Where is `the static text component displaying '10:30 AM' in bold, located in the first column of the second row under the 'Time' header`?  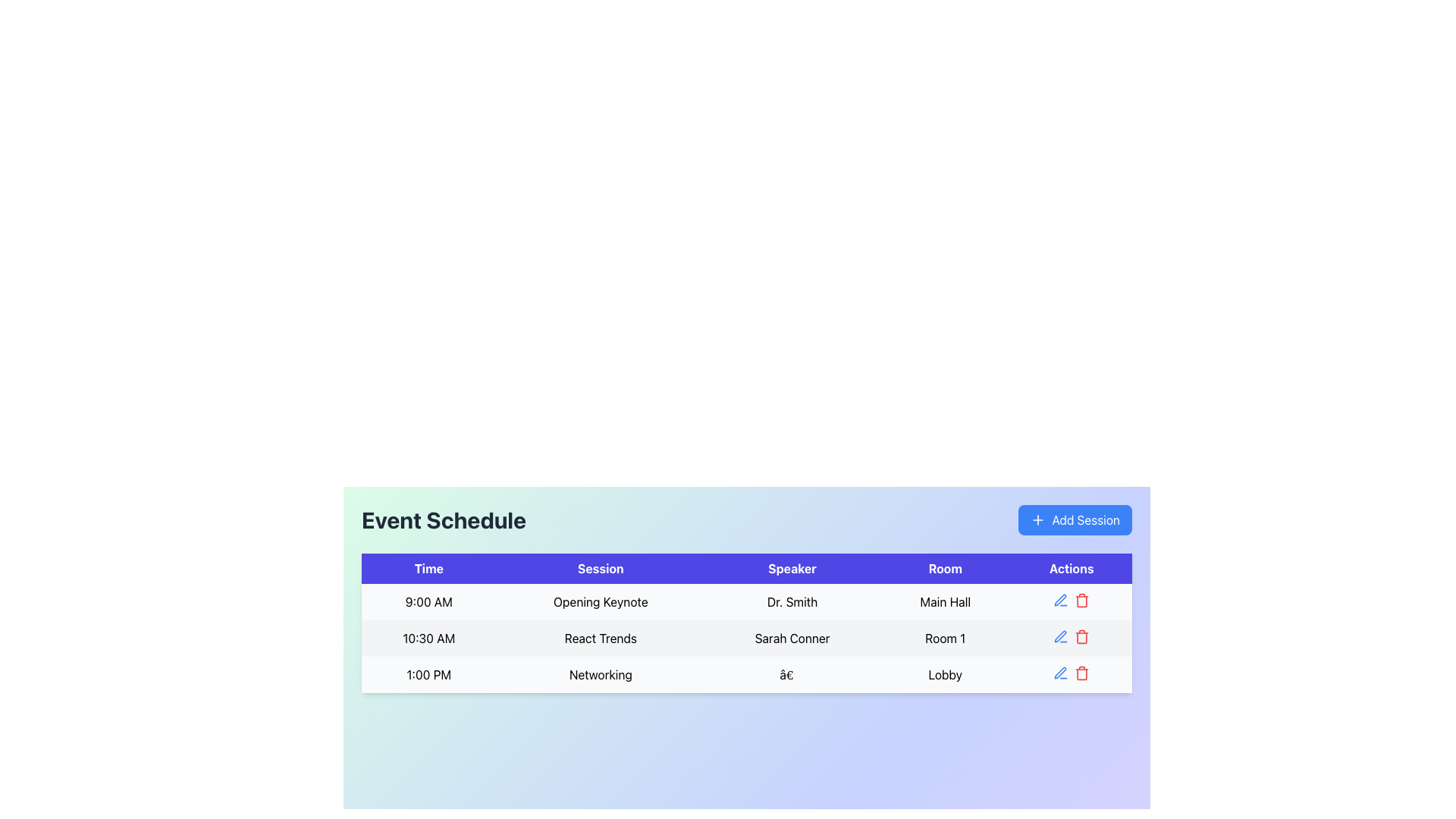 the static text component displaying '10:30 AM' in bold, located in the first column of the second row under the 'Time' header is located at coordinates (428, 638).